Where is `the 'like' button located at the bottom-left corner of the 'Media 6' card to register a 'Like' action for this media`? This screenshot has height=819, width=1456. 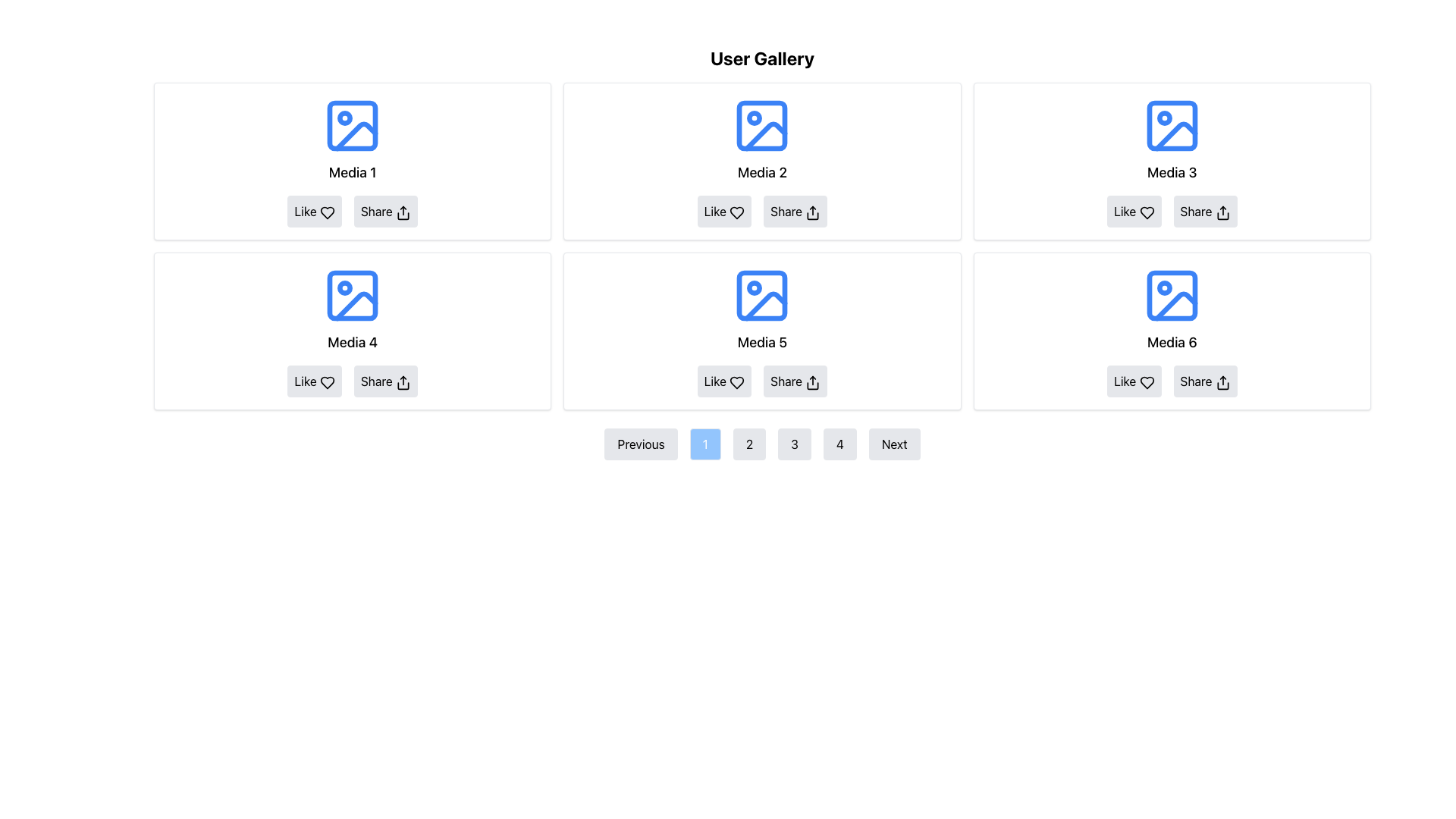 the 'like' button located at the bottom-left corner of the 'Media 6' card to register a 'Like' action for this media is located at coordinates (1134, 380).